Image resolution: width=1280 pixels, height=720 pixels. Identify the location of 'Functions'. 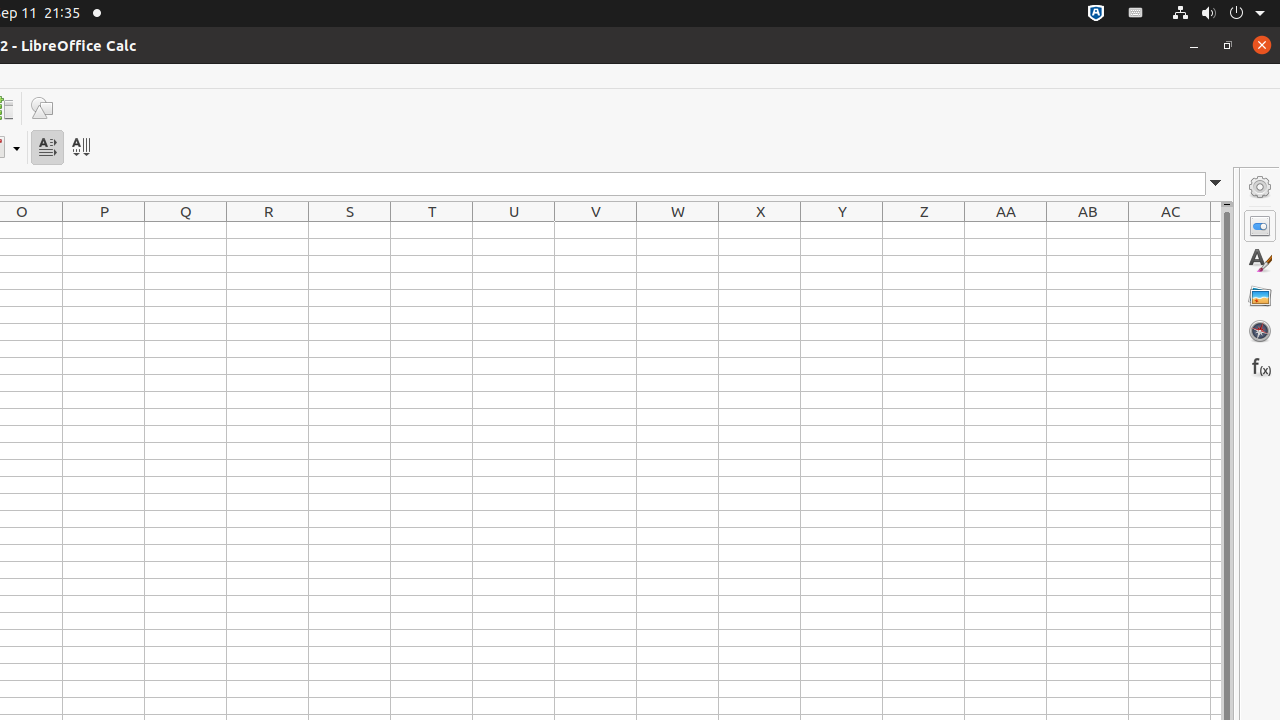
(1259, 365).